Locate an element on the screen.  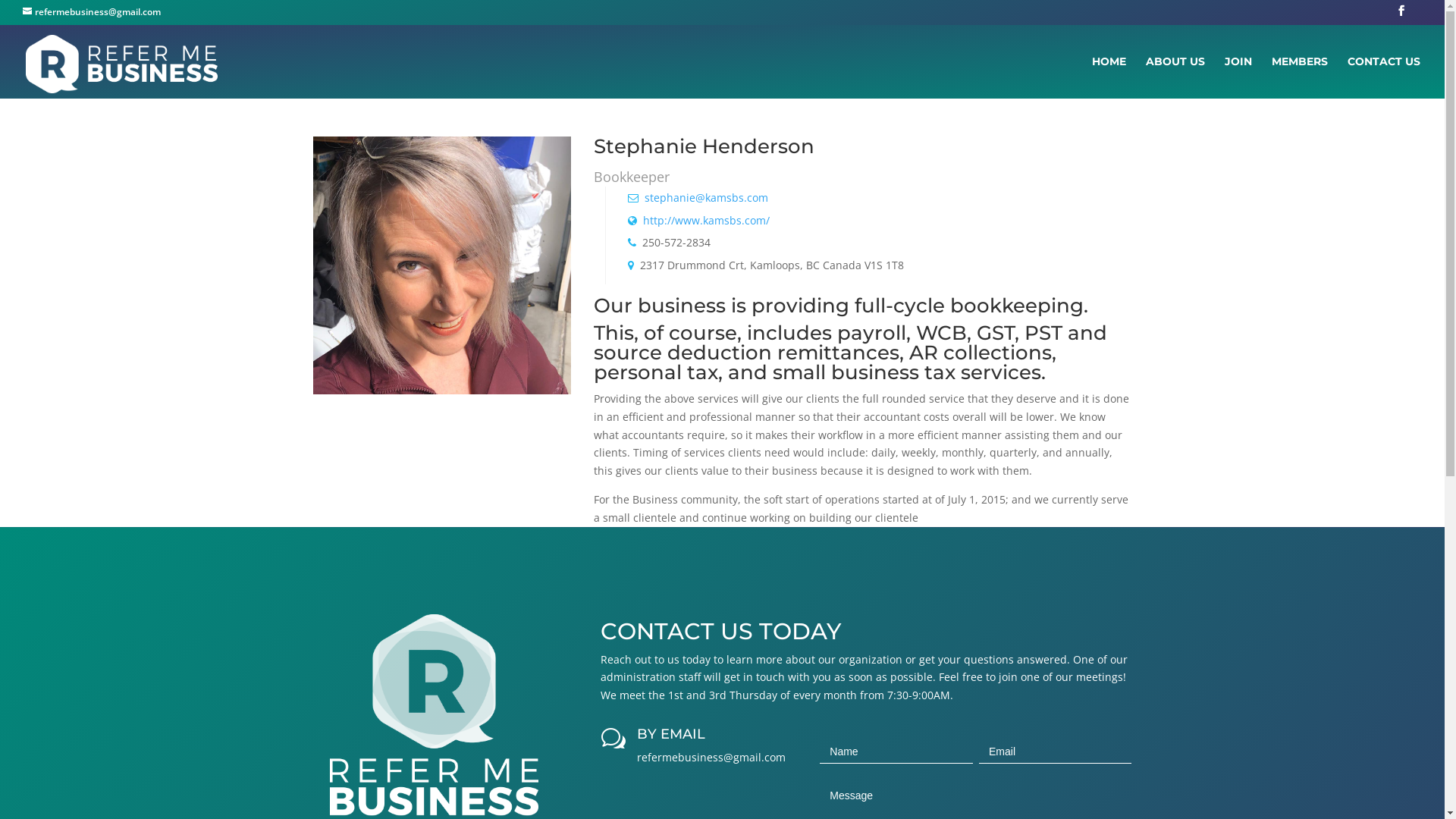
'http://www.kamsbs.com/' is located at coordinates (643, 220).